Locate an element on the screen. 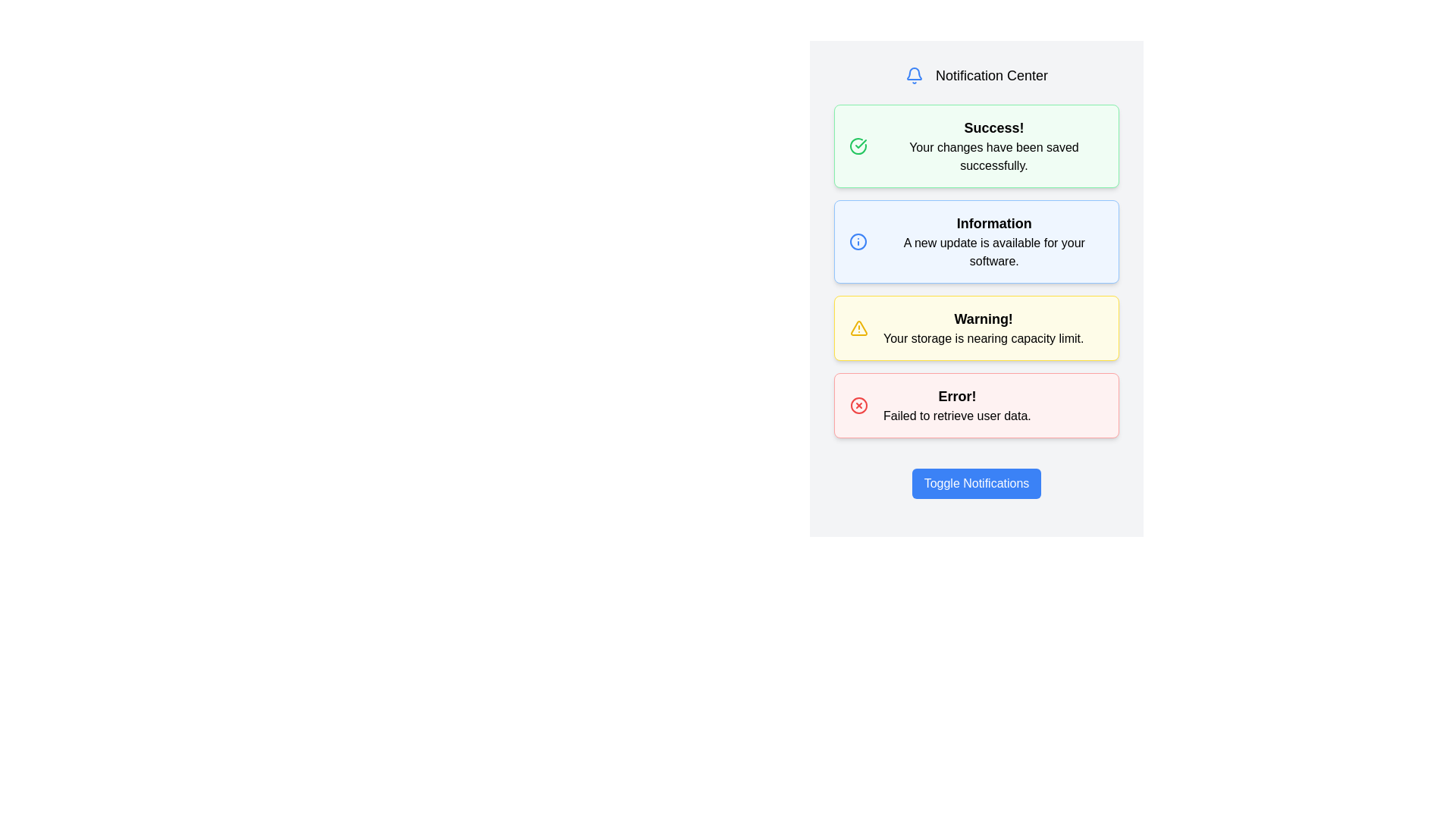 The width and height of the screenshot is (1456, 819). text from the notification block that informs the user of software update availability, which is the second notification in the list, located below the 'Success!' notification and above the 'Warning!' notification is located at coordinates (994, 241).